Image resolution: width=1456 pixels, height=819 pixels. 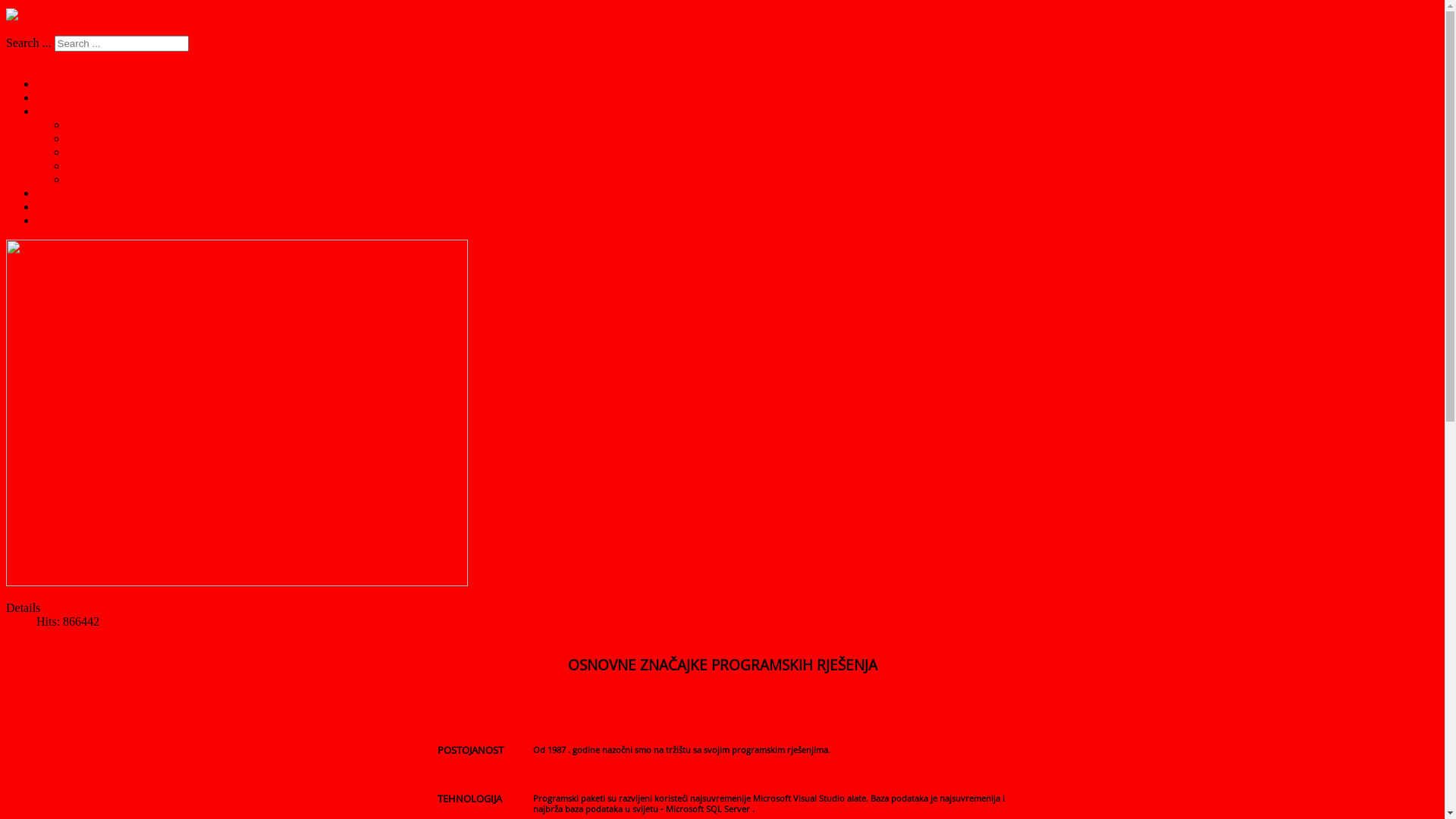 What do you see at coordinates (90, 178) in the screenshot?
I see `'Verzija 21'` at bounding box center [90, 178].